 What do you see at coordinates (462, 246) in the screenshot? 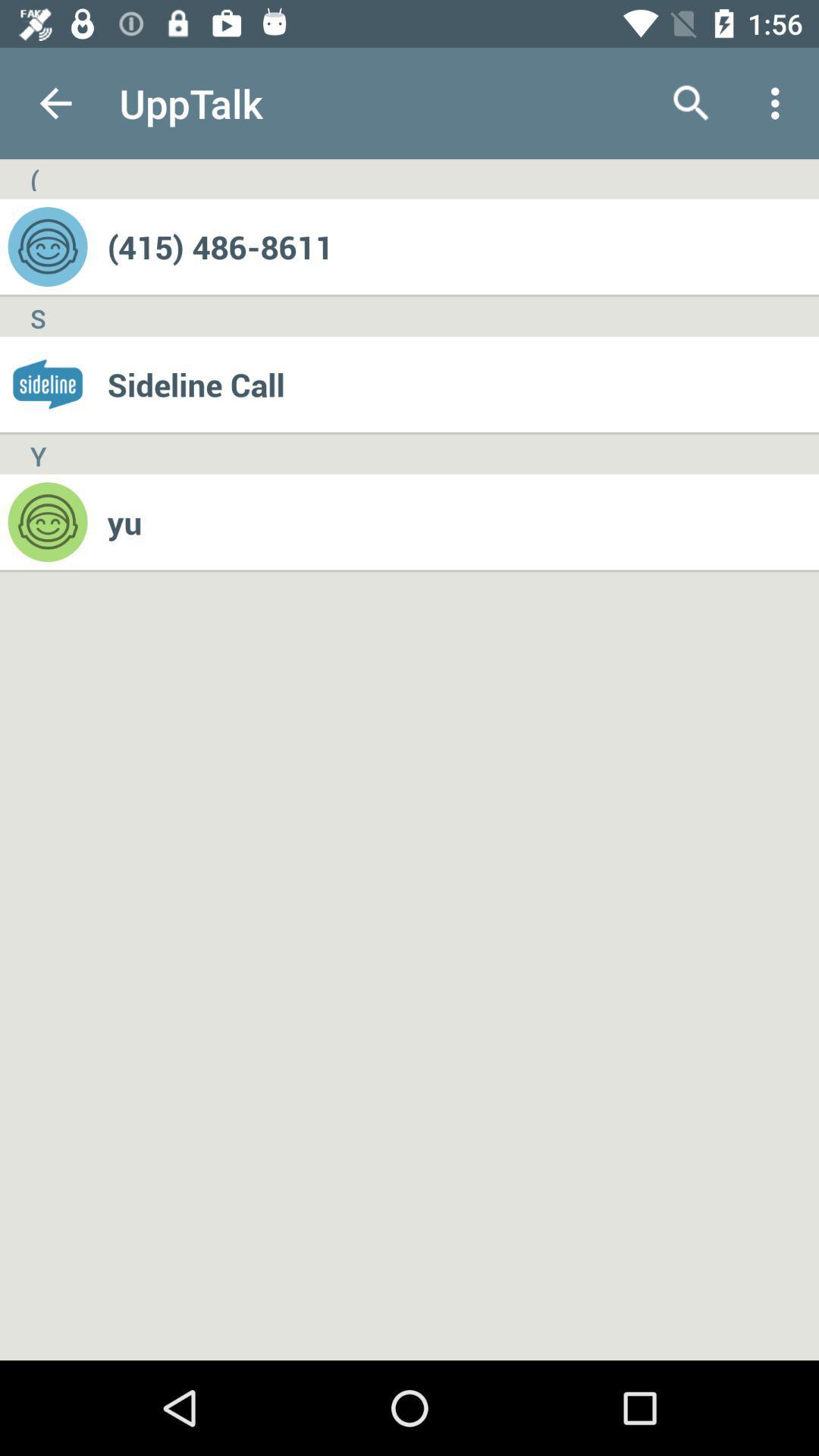
I see `the icon above sideline call item` at bounding box center [462, 246].